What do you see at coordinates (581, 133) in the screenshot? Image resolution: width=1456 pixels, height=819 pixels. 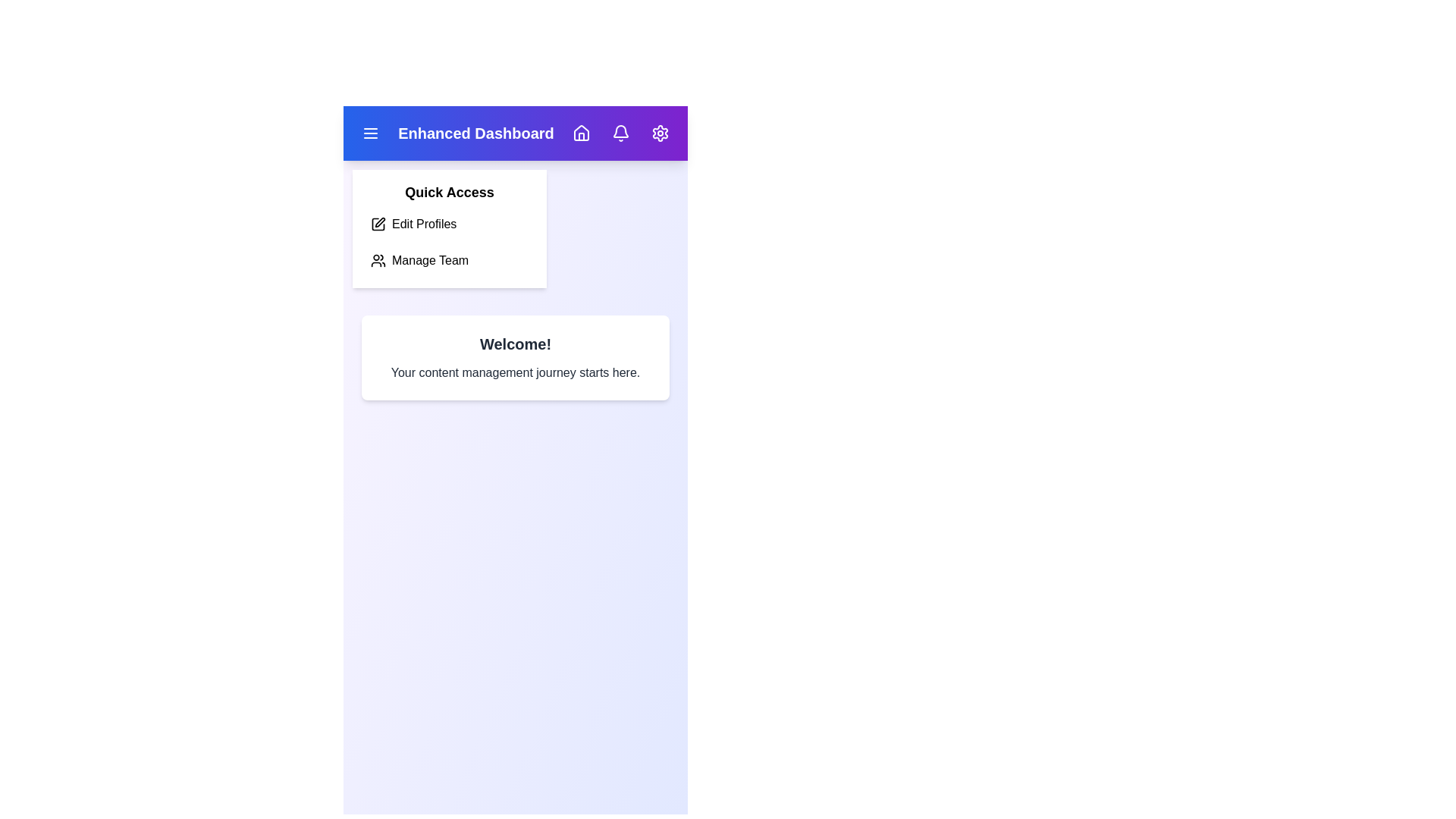 I see `the Home icon to navigate to the Home section` at bounding box center [581, 133].